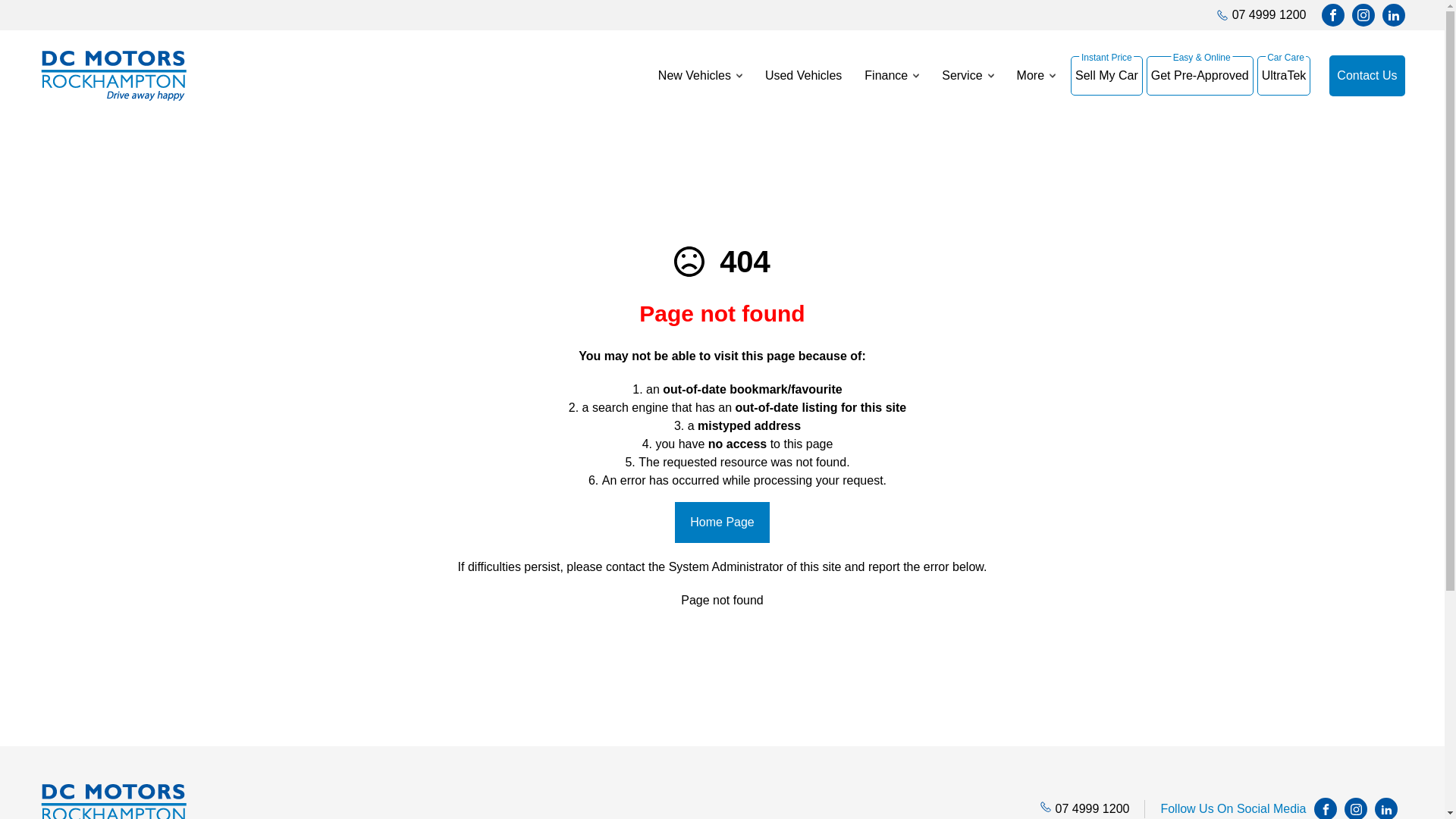  I want to click on 'More', so click(1035, 76).